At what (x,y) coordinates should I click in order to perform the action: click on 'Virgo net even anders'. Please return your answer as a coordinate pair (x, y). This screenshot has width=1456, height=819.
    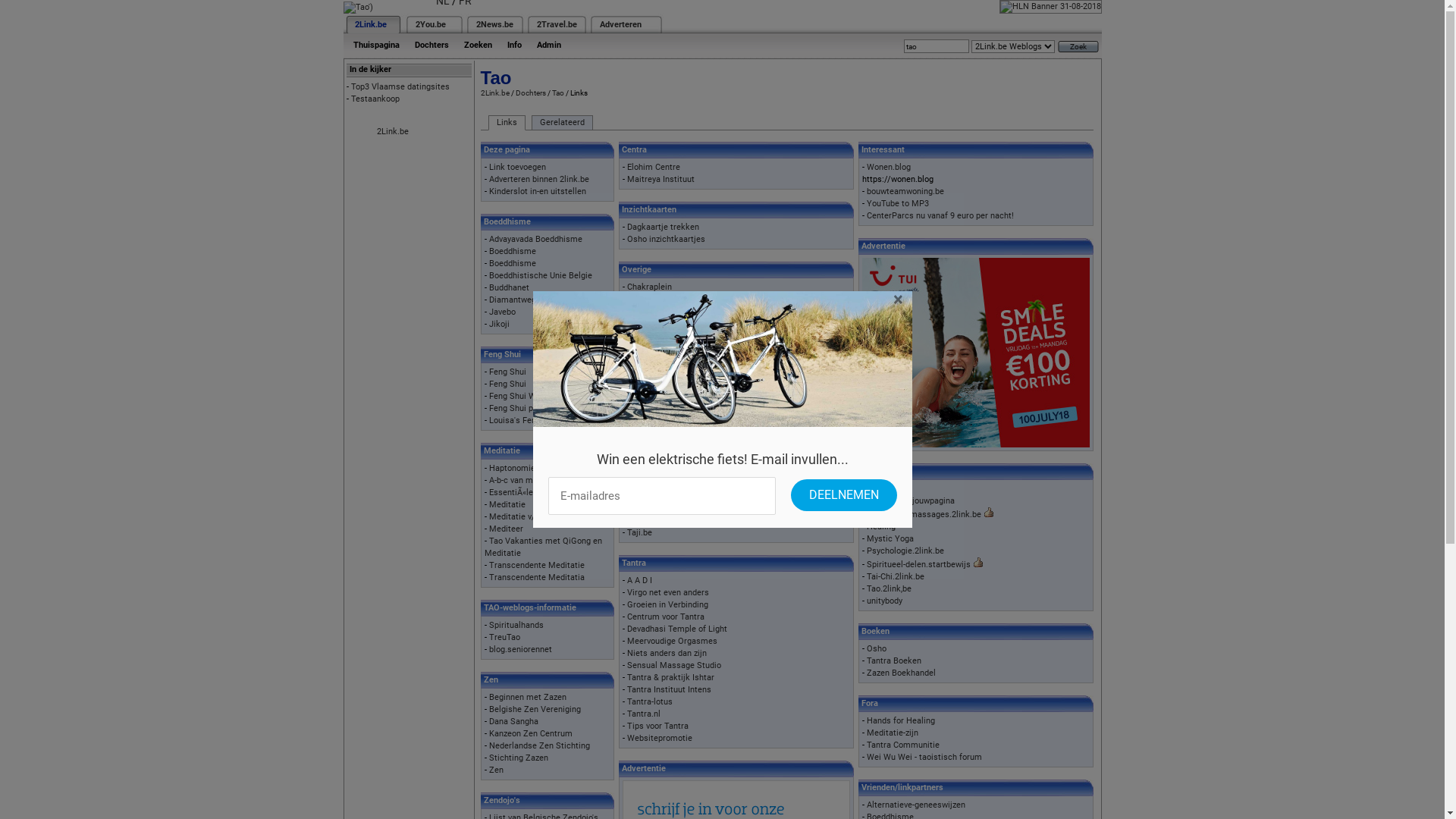
    Looking at the image, I should click on (667, 591).